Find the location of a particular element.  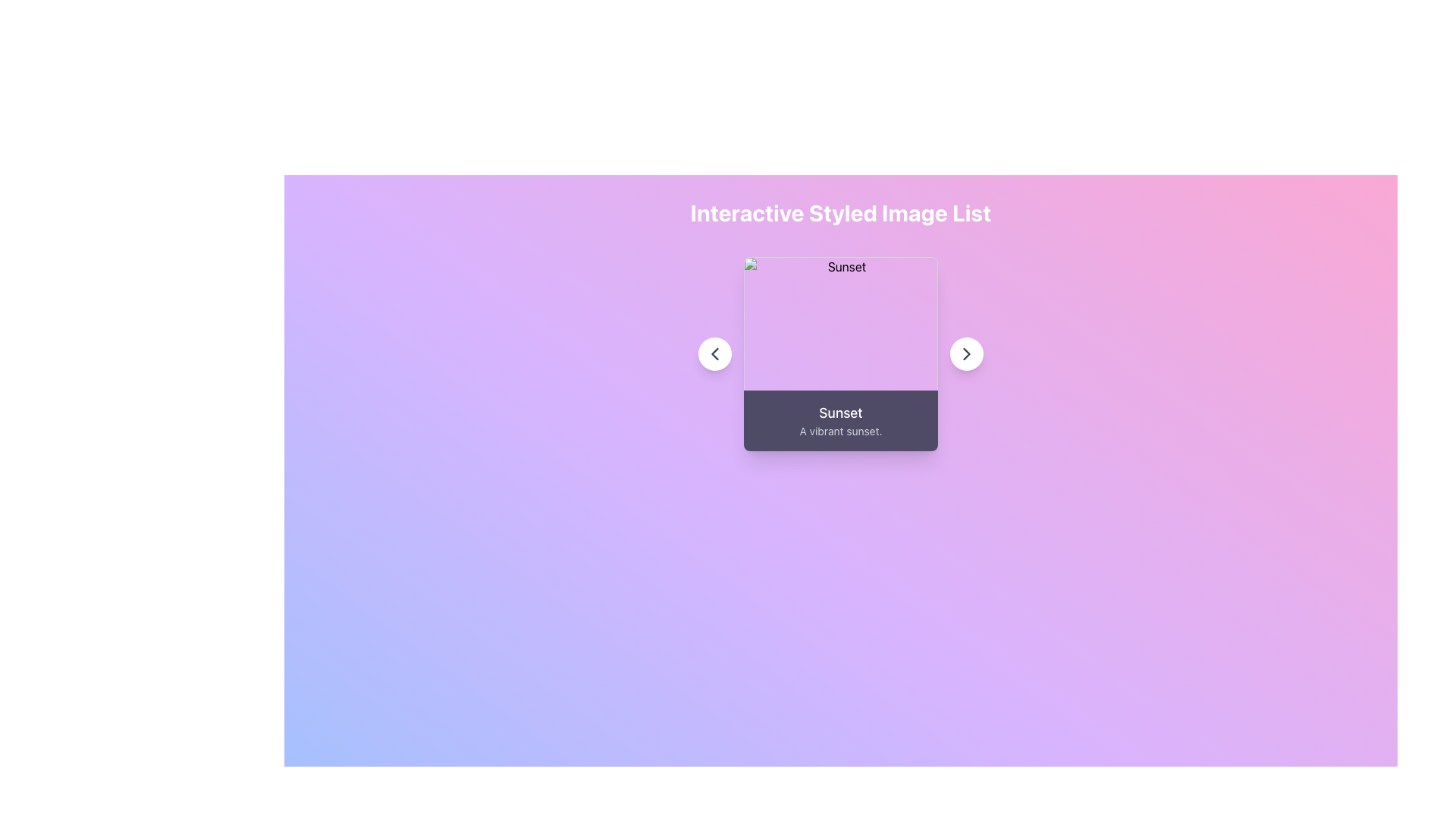

the text block saying 'A vibrant sunset' located at the bottom of the card component if it is enabled is located at coordinates (839, 431).